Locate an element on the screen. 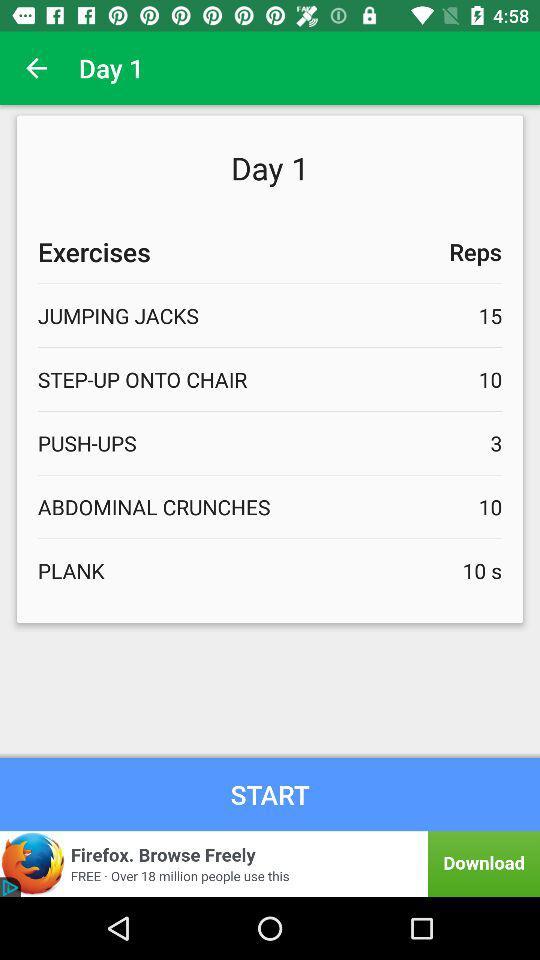 This screenshot has height=960, width=540. the field pushups 3 is located at coordinates (270, 443).